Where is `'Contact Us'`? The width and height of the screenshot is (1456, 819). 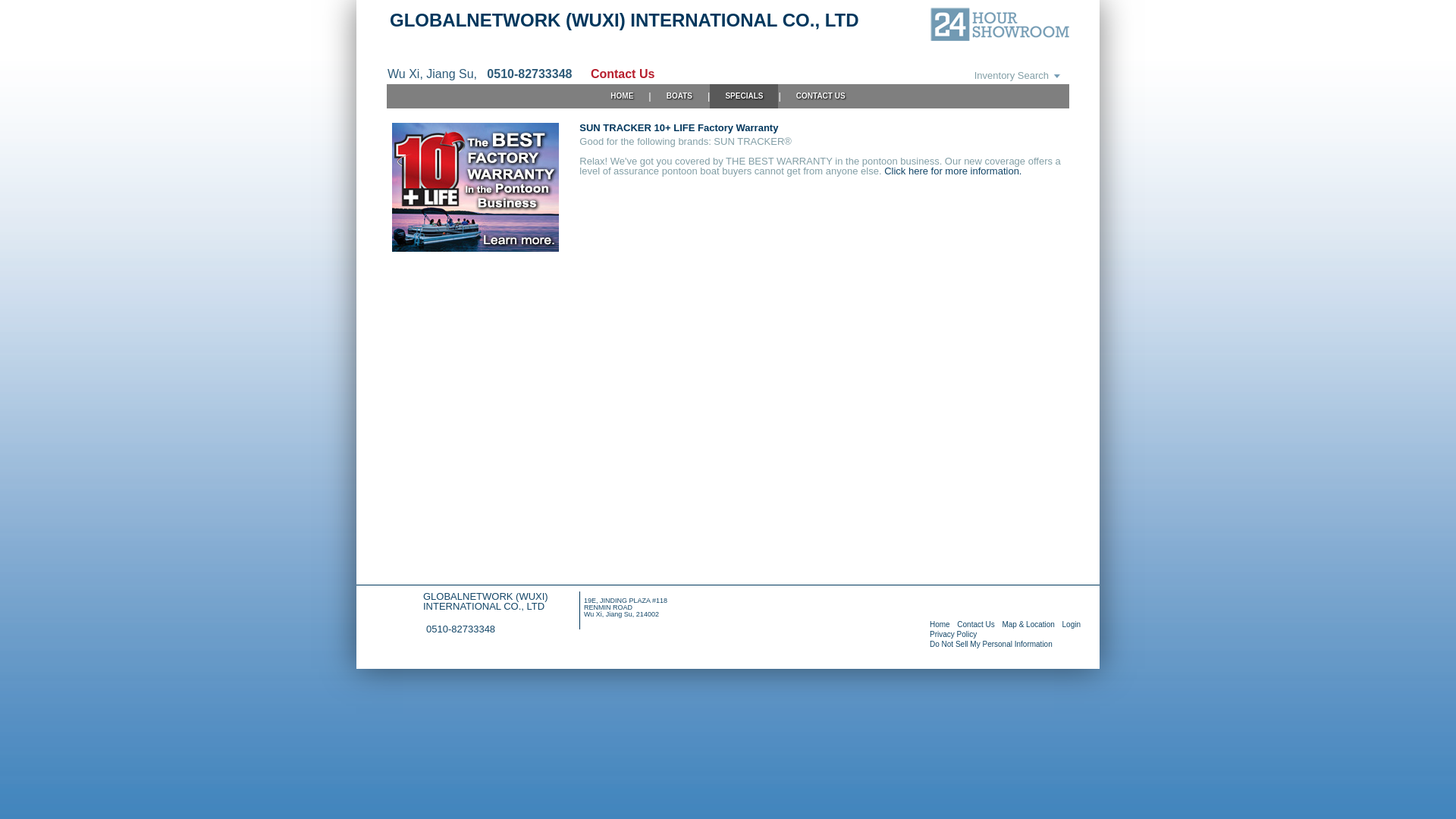 'Contact Us' is located at coordinates (975, 624).